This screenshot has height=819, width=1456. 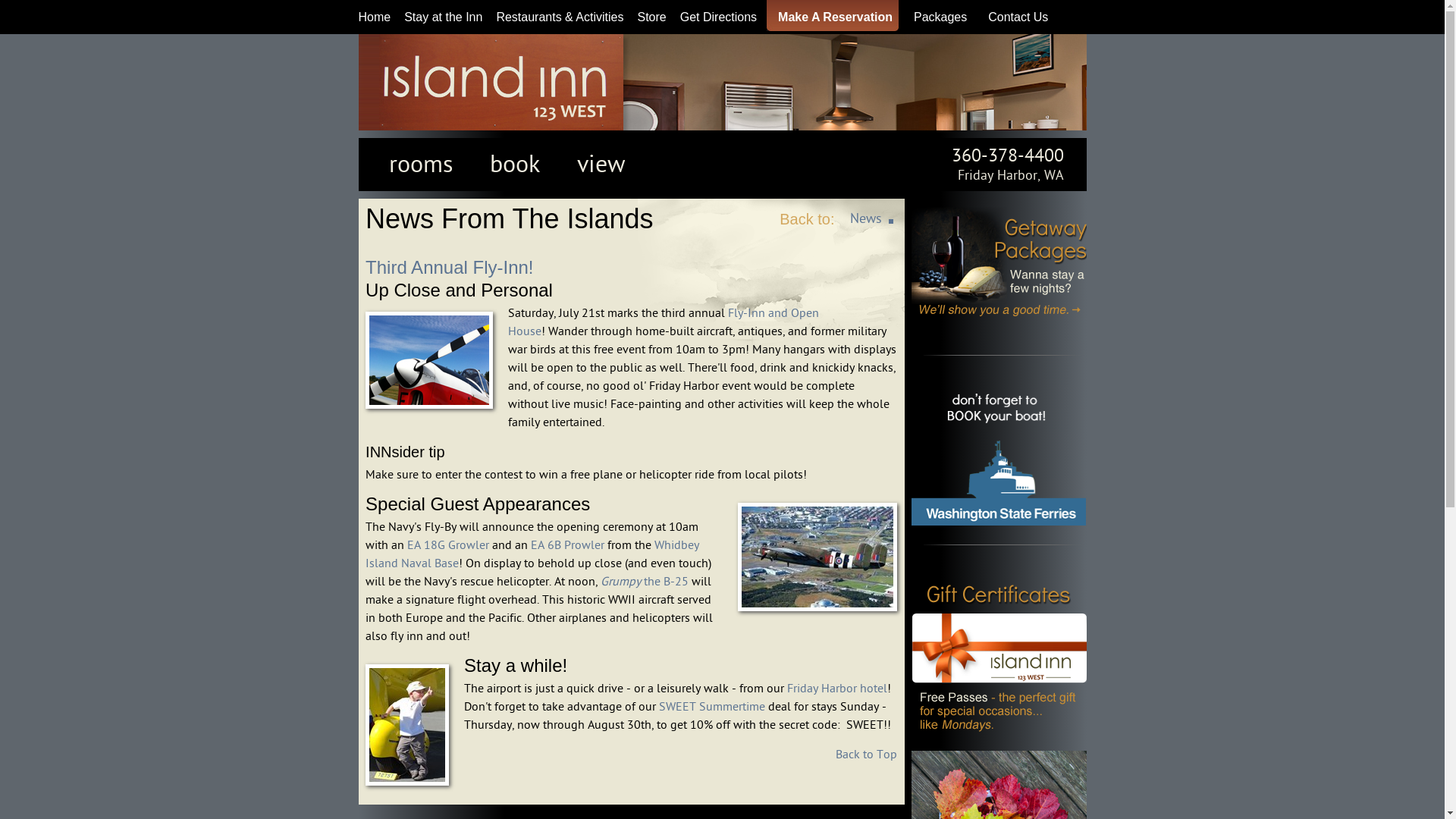 What do you see at coordinates (663, 321) in the screenshot?
I see `'Fly-Inn and Open House'` at bounding box center [663, 321].